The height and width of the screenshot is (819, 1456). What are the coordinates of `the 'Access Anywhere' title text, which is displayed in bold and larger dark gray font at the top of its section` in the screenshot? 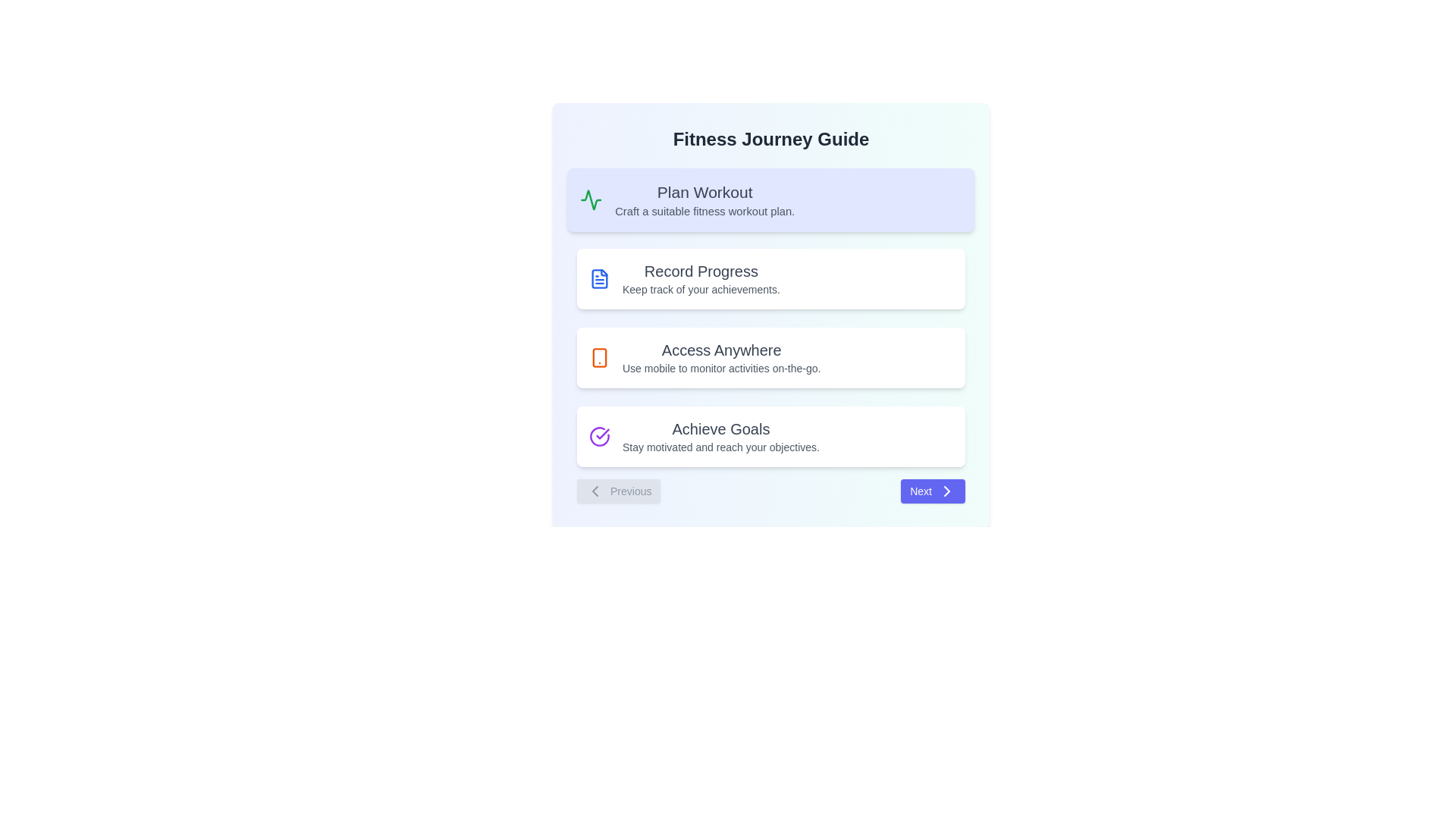 It's located at (720, 350).